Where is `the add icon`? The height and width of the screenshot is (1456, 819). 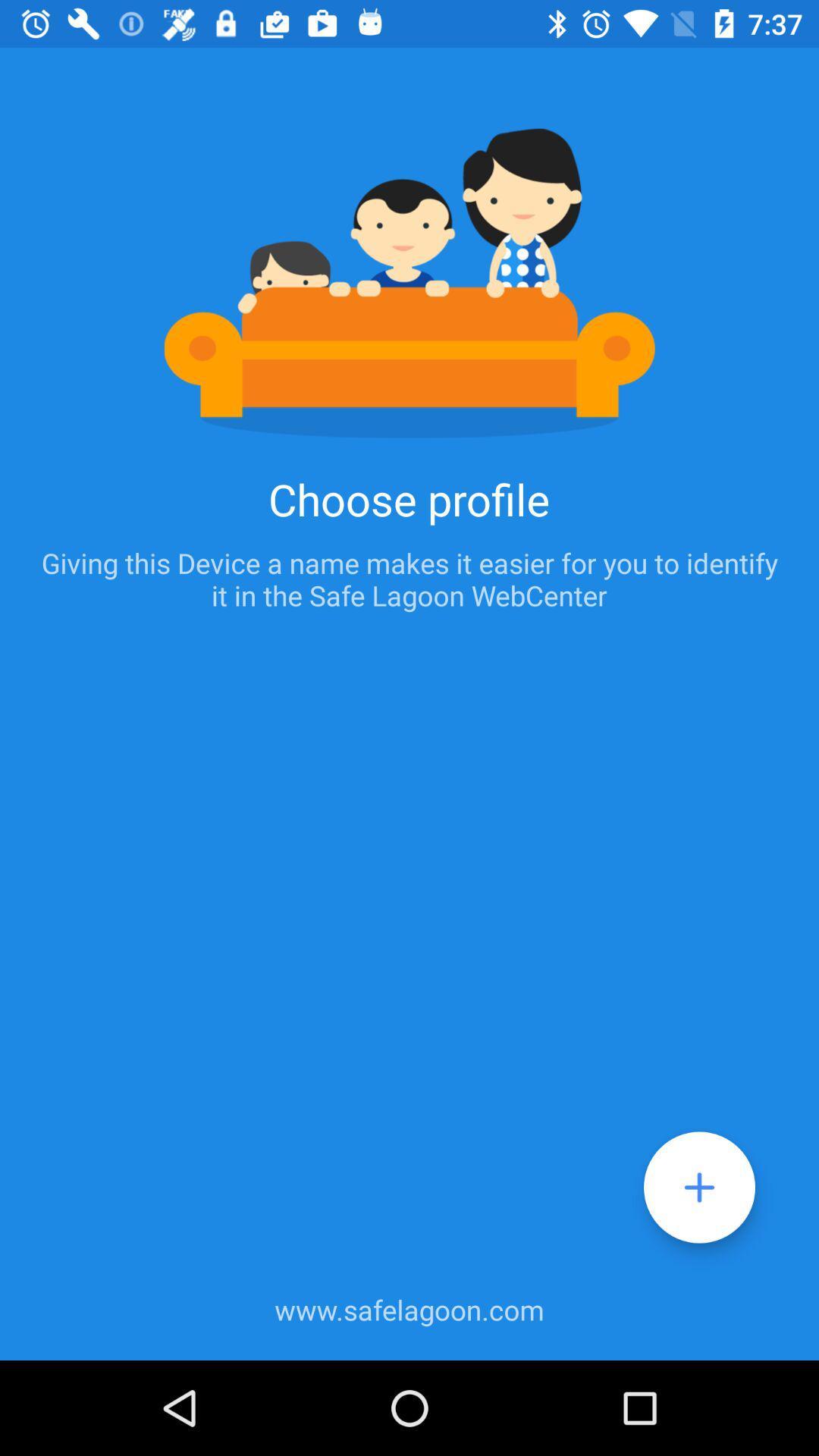 the add icon is located at coordinates (699, 1186).